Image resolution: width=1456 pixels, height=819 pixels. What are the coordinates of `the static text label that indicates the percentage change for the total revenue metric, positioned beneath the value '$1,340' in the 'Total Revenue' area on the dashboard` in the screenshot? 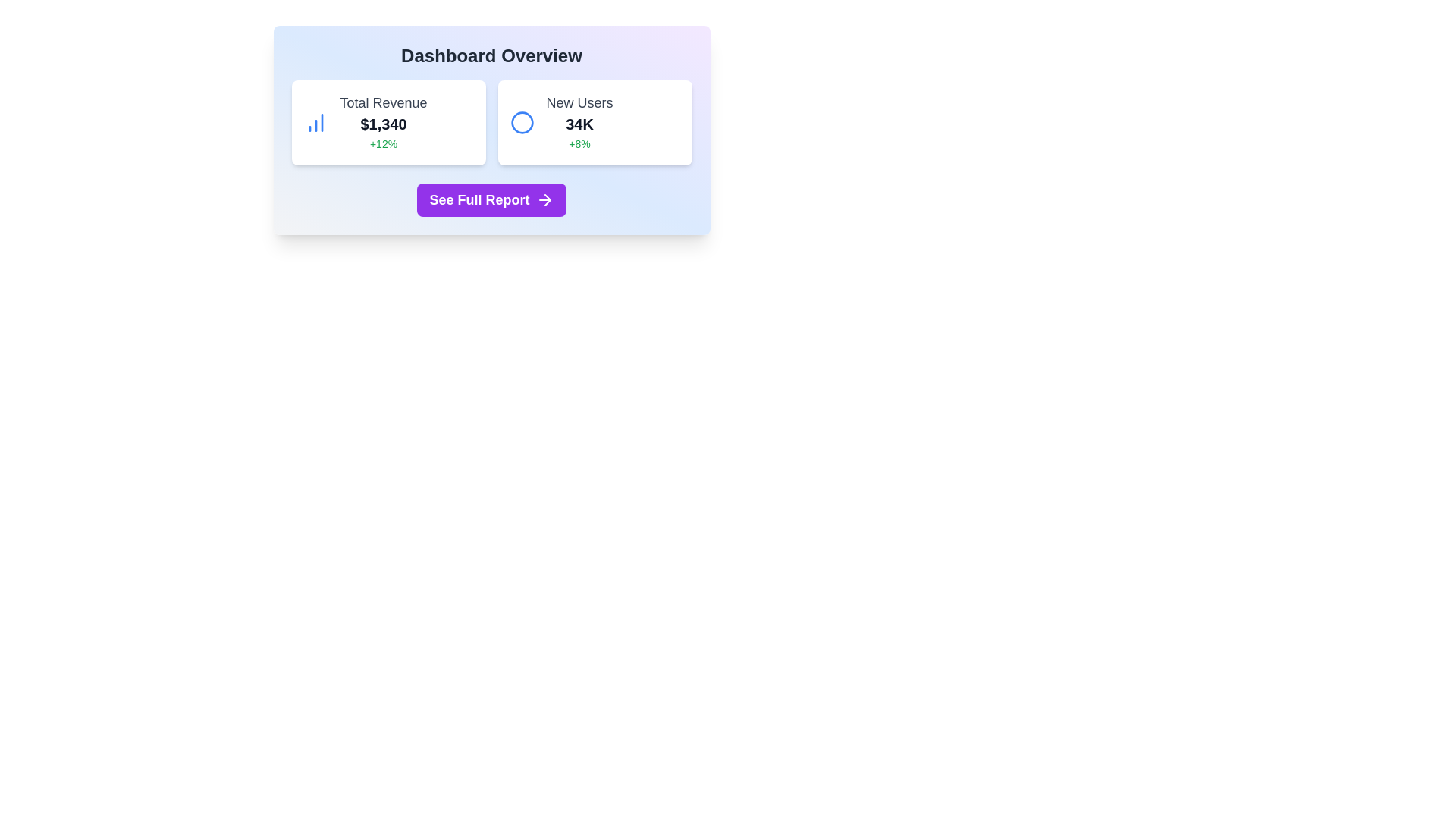 It's located at (384, 143).